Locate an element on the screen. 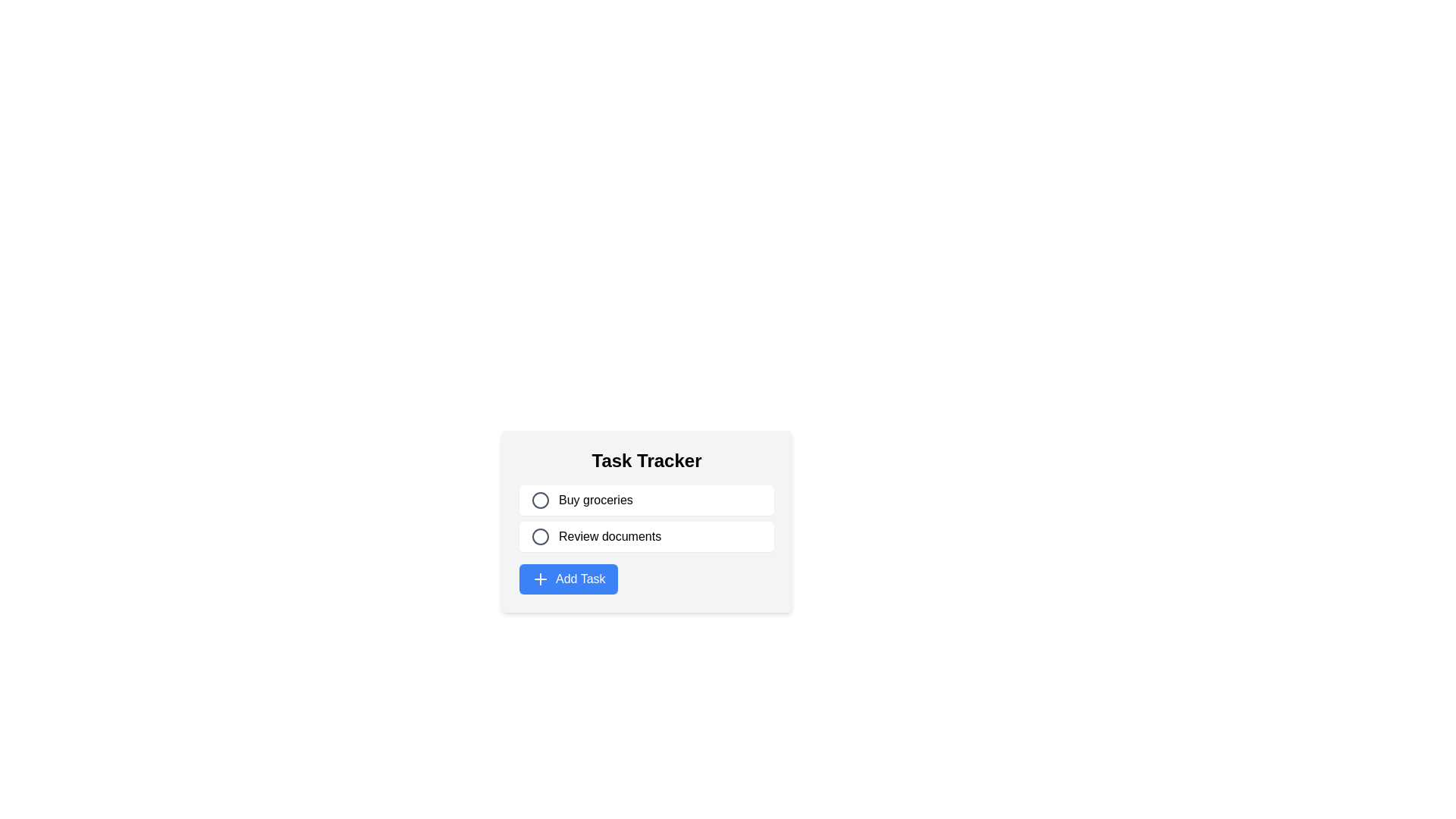 The image size is (1456, 819). the title text element labeled 'Task Tracker' which indicates the context of the tasks listed below is located at coordinates (647, 460).